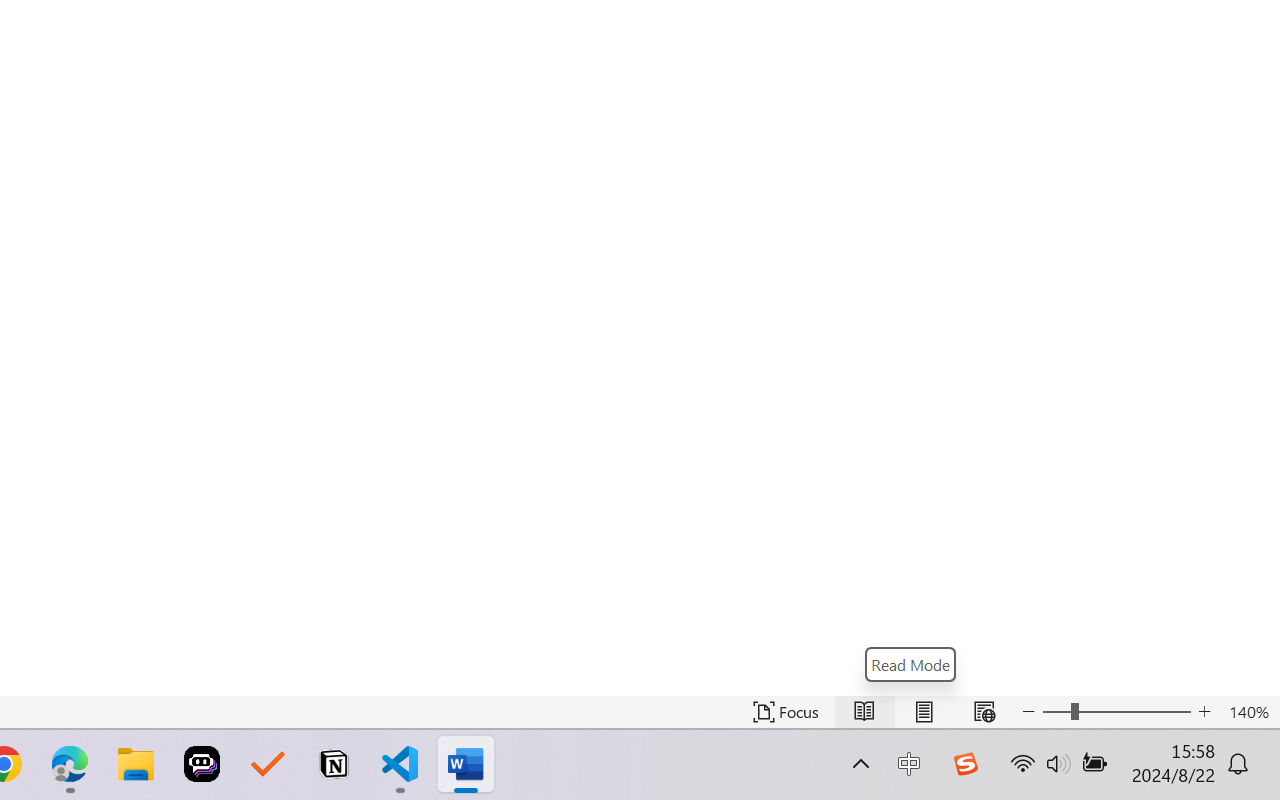 Image resolution: width=1280 pixels, height=800 pixels. What do you see at coordinates (923, 711) in the screenshot?
I see `'Print Layout'` at bounding box center [923, 711].